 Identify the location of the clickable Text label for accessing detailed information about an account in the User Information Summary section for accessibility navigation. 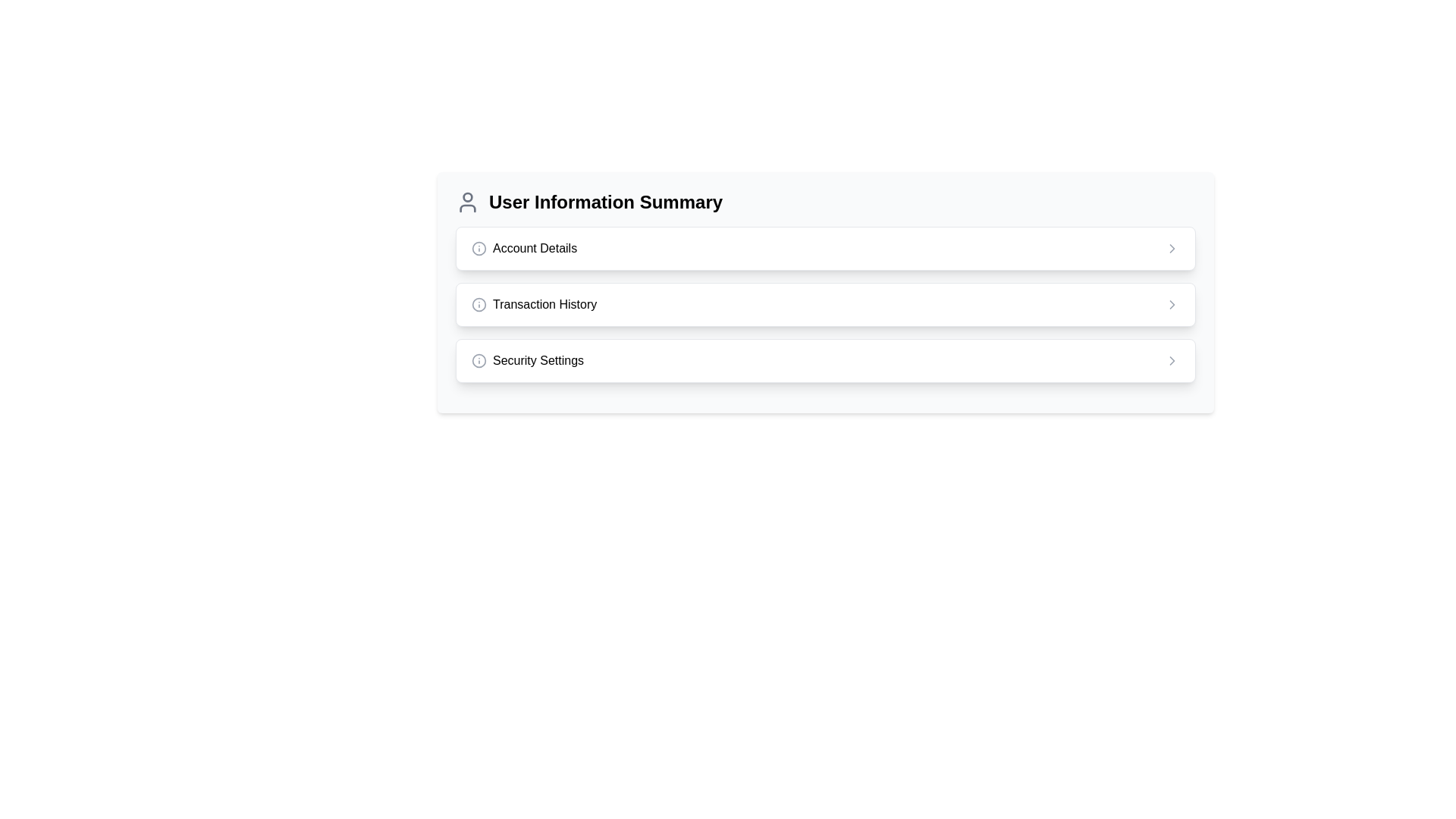
(535, 247).